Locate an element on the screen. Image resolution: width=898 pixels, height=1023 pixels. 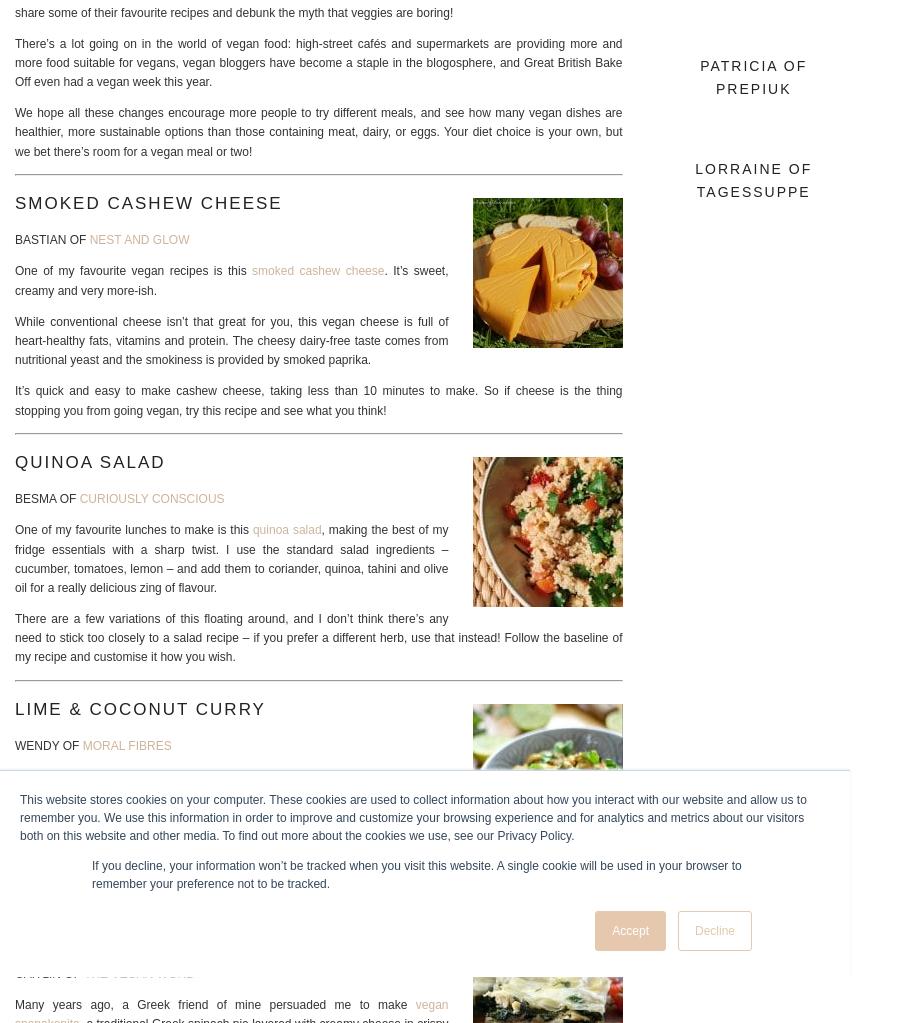
'One of my favourite lunches to make is this' is located at coordinates (132, 529).